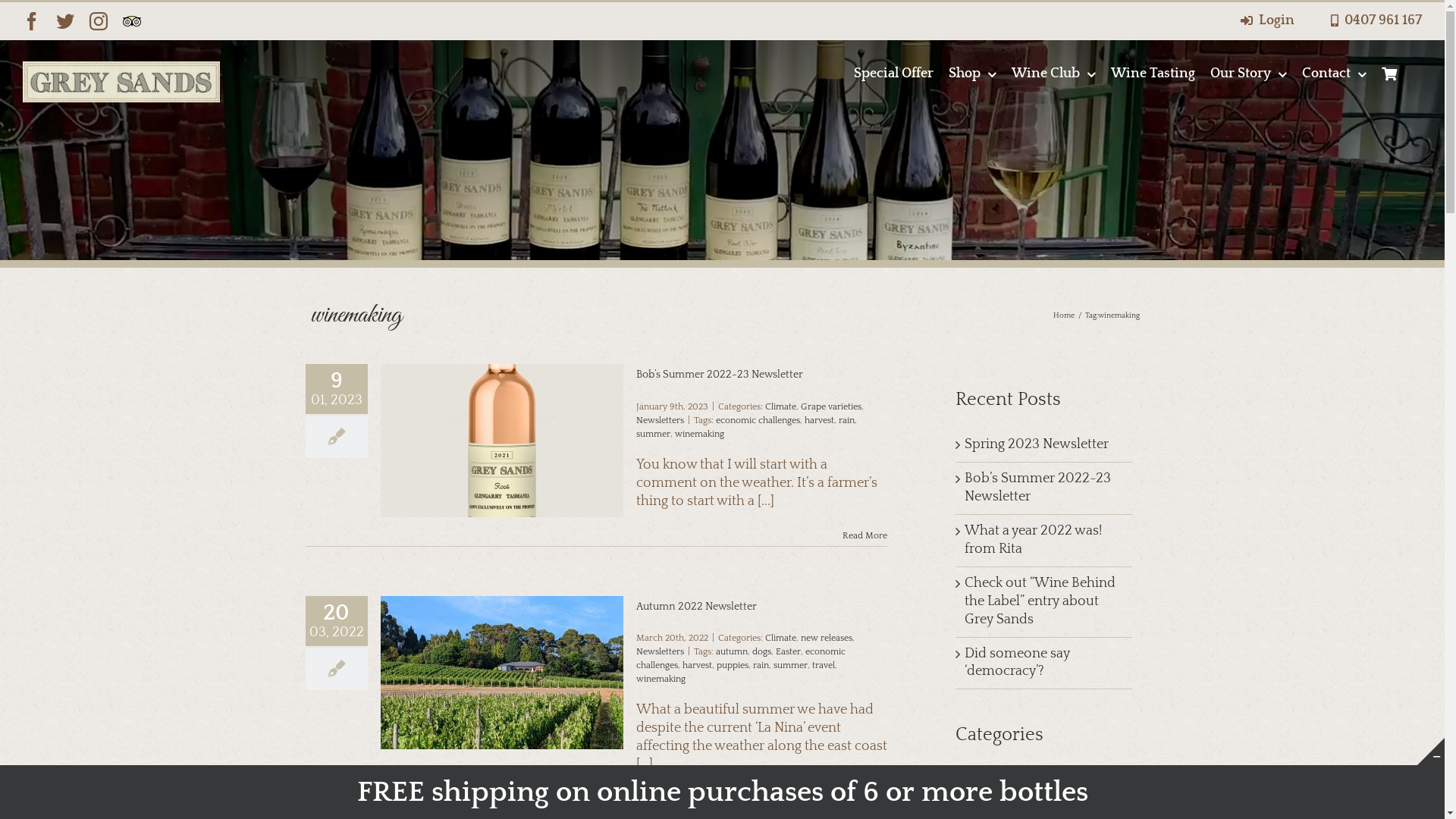 The height and width of the screenshot is (819, 1456). What do you see at coordinates (660, 678) in the screenshot?
I see `'winemaking'` at bounding box center [660, 678].